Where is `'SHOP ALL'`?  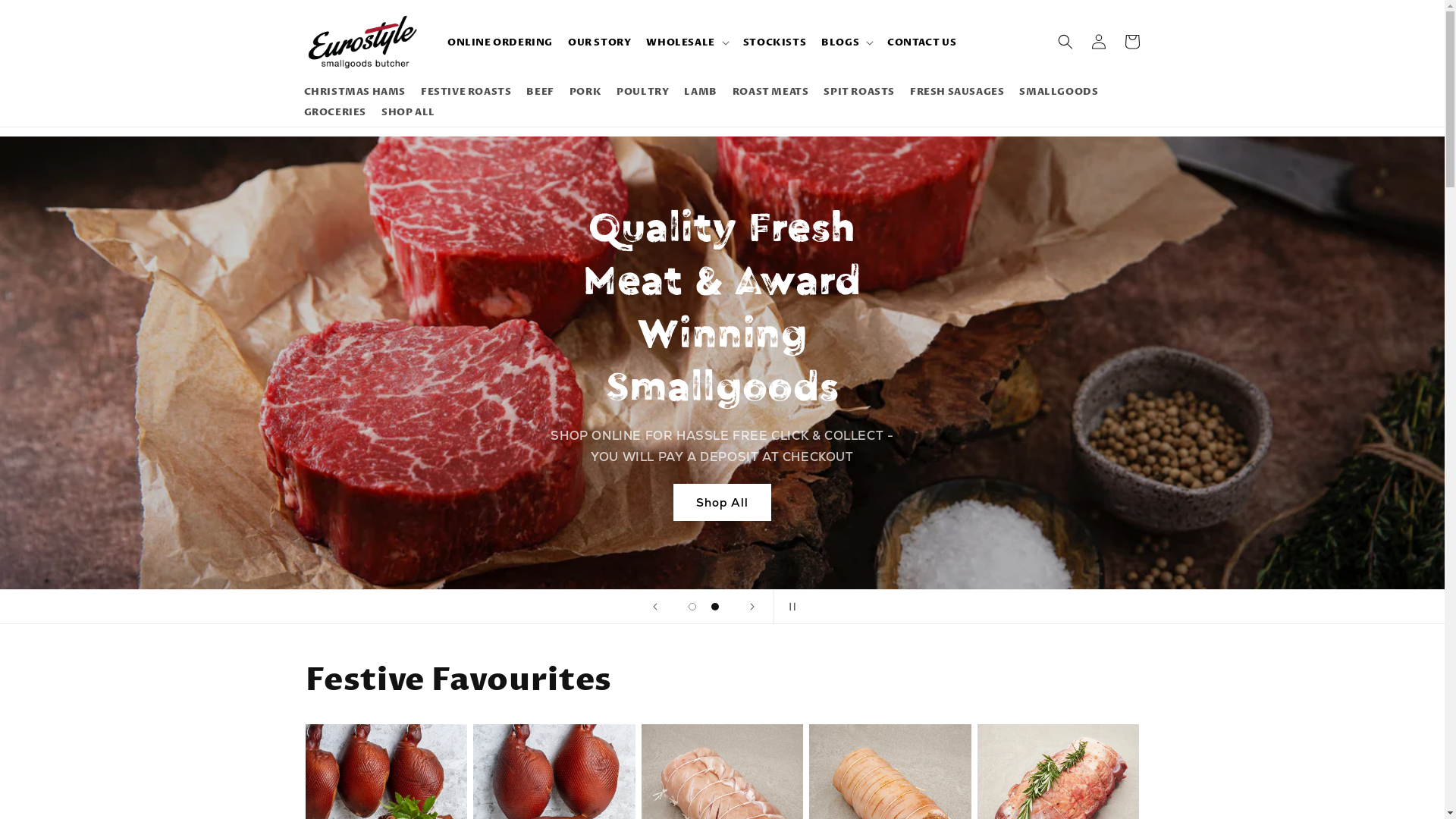
'SHOP ALL' is located at coordinates (408, 111).